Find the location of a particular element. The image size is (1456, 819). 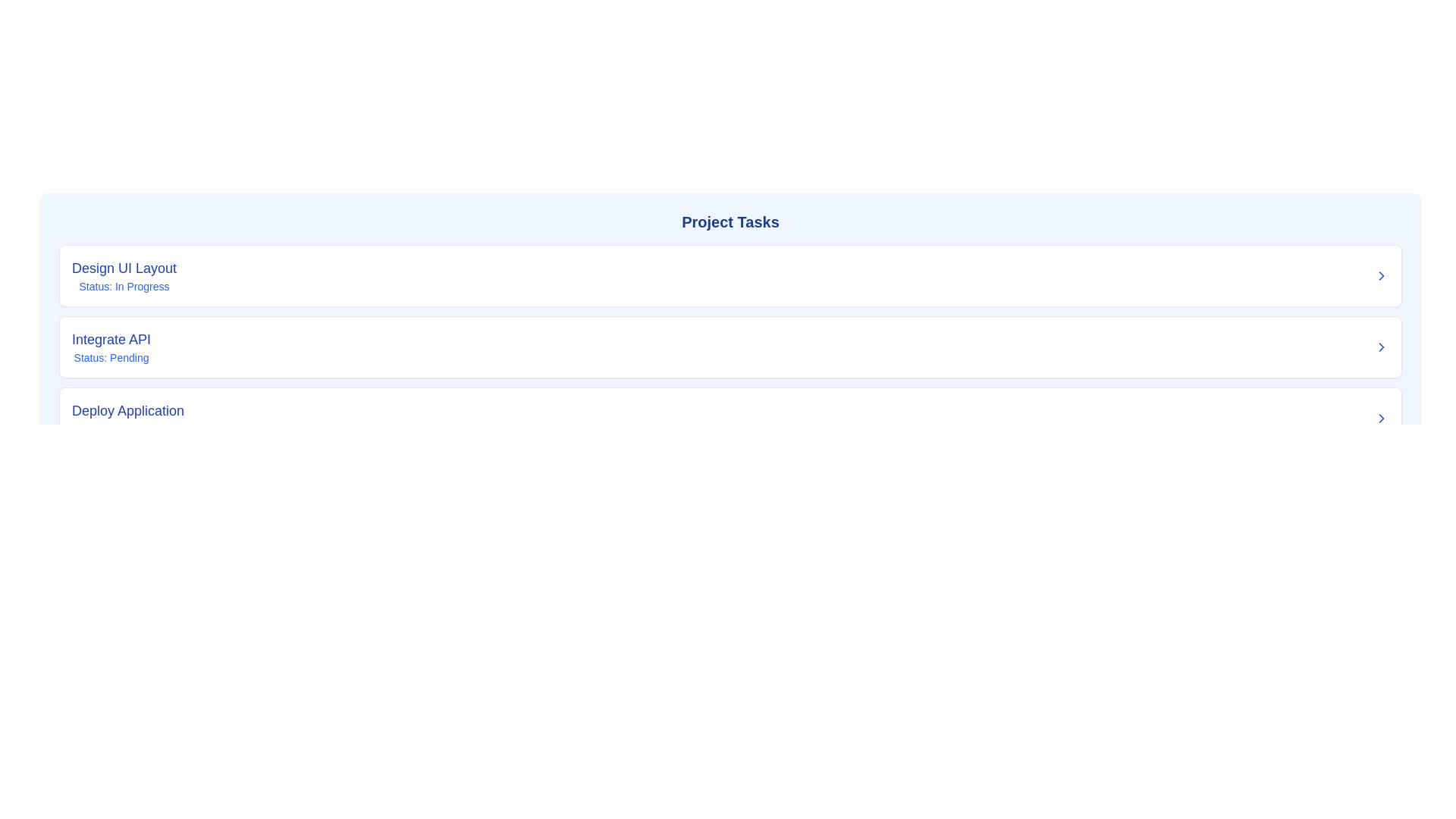

the static text label displaying 'Design UI Layout', which is a bold, large, blue title positioned at the top-left corner of the task list section is located at coordinates (124, 268).